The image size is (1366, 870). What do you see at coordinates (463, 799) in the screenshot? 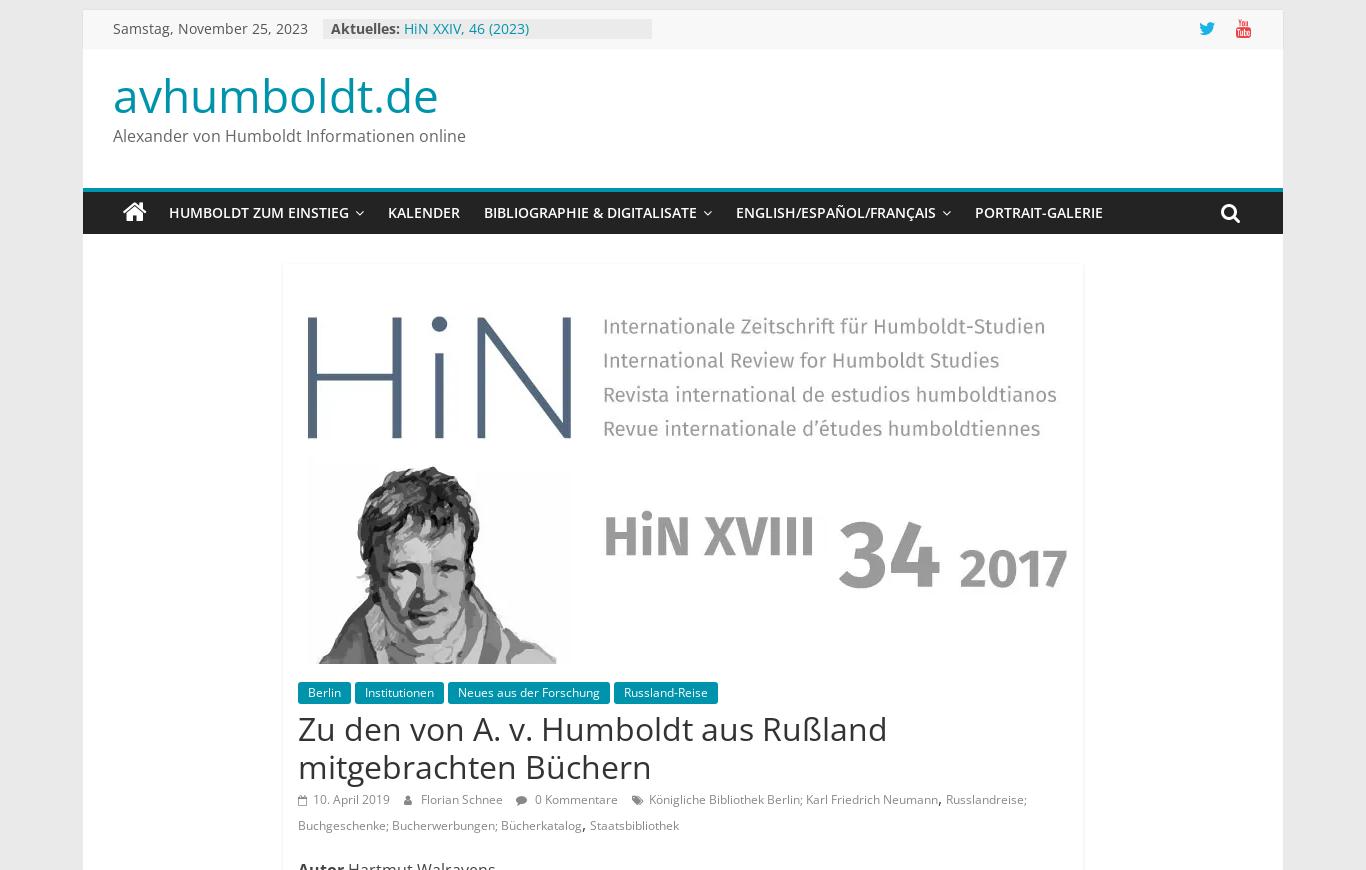
I see `'Florian Schnee'` at bounding box center [463, 799].